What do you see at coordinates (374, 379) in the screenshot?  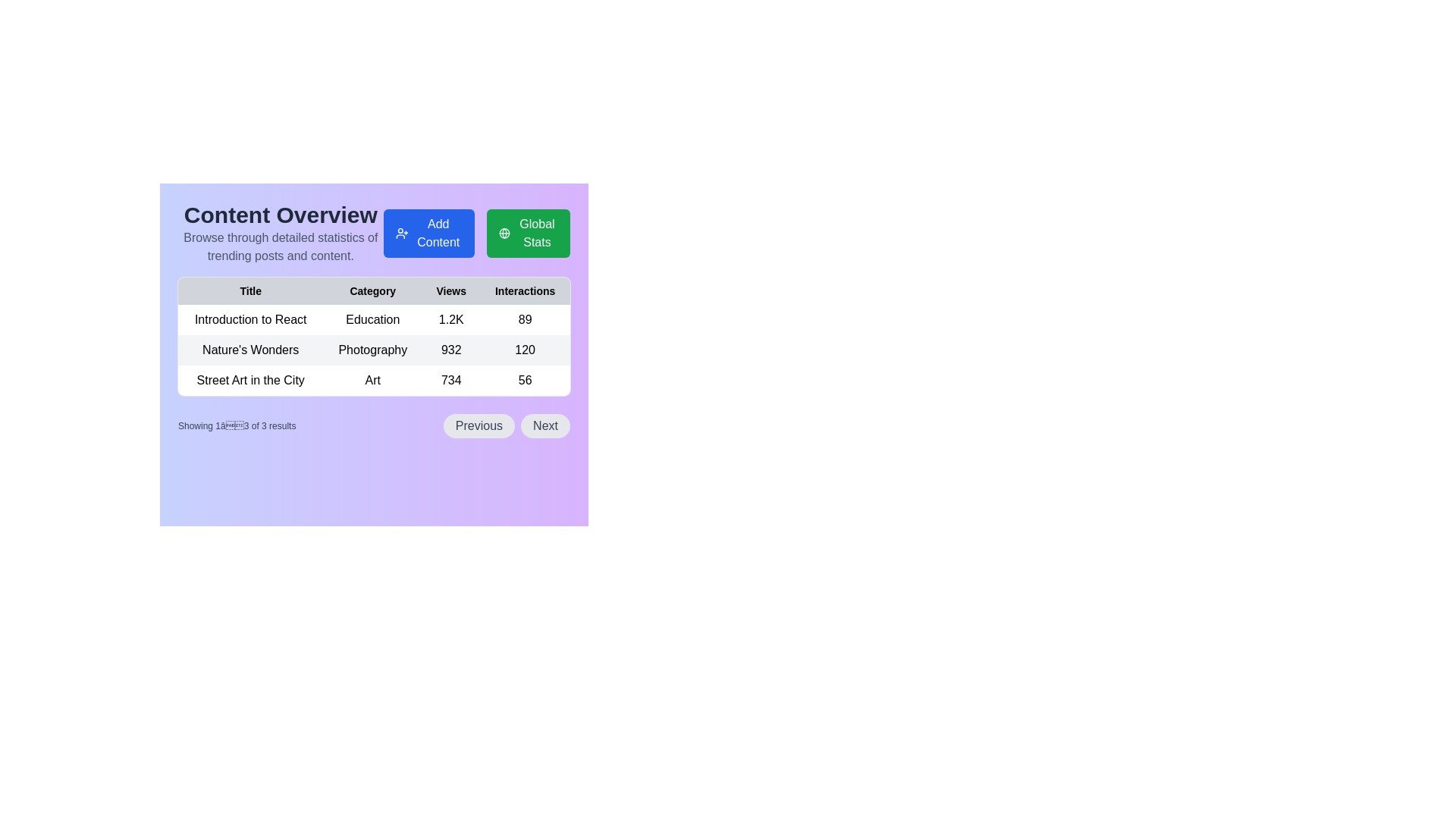 I see `the text label 'Art' located in the third column of the third row of the table under the 'Category' column` at bounding box center [374, 379].